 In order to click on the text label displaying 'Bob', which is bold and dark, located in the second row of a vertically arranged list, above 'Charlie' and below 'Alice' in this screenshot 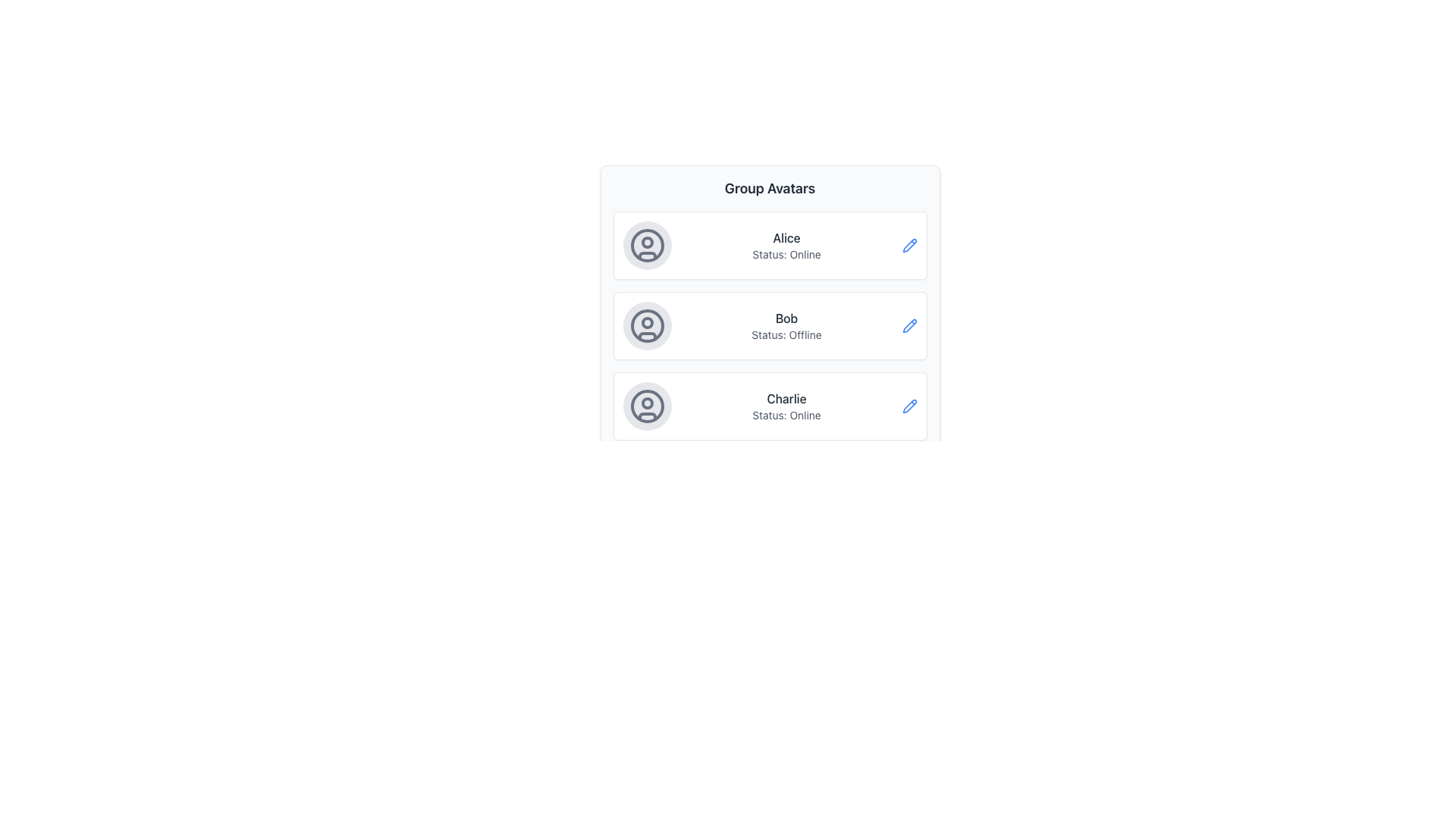, I will do `click(786, 318)`.